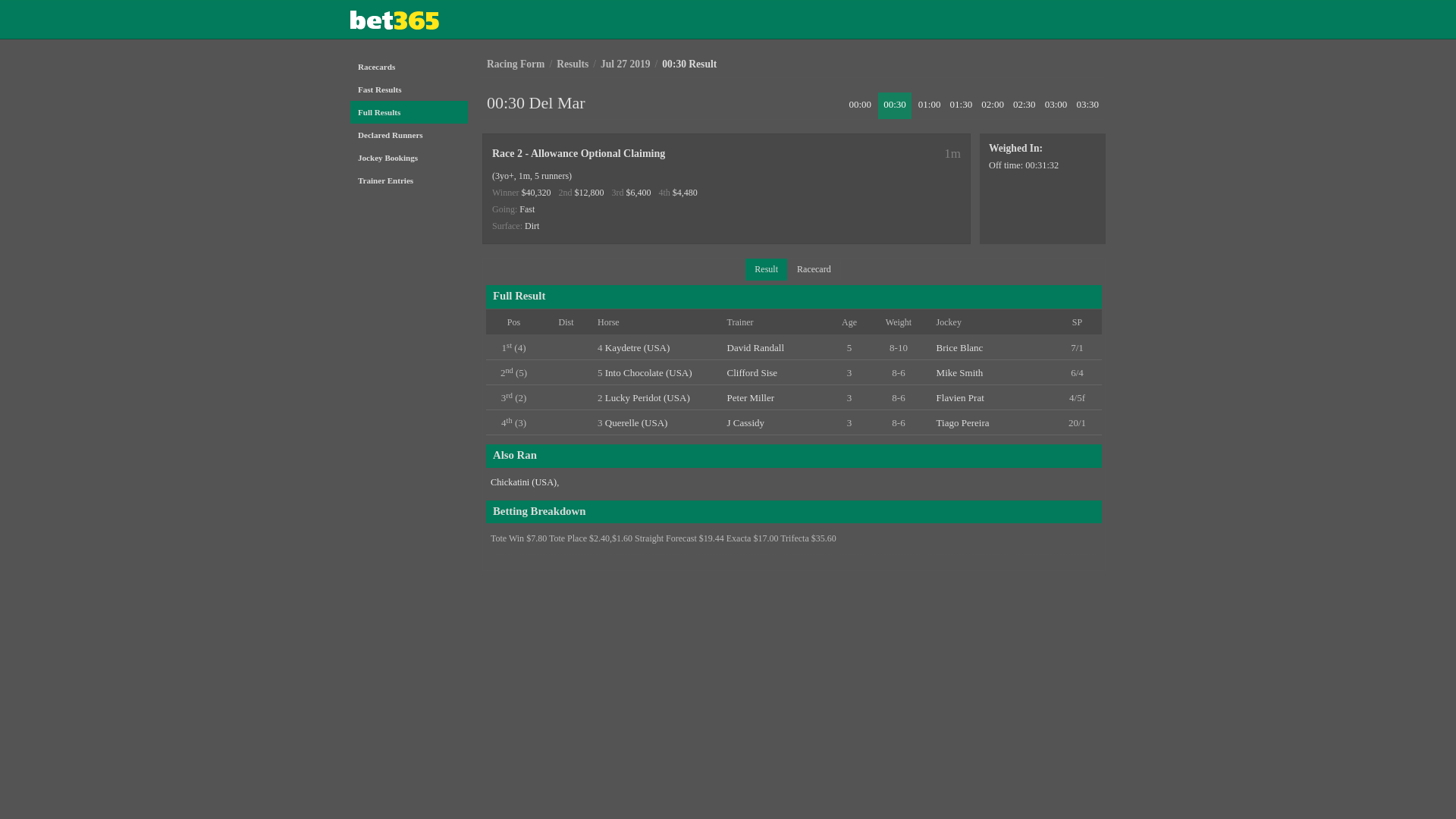  Describe the element at coordinates (962, 422) in the screenshot. I see `'Tiago Pereira'` at that location.